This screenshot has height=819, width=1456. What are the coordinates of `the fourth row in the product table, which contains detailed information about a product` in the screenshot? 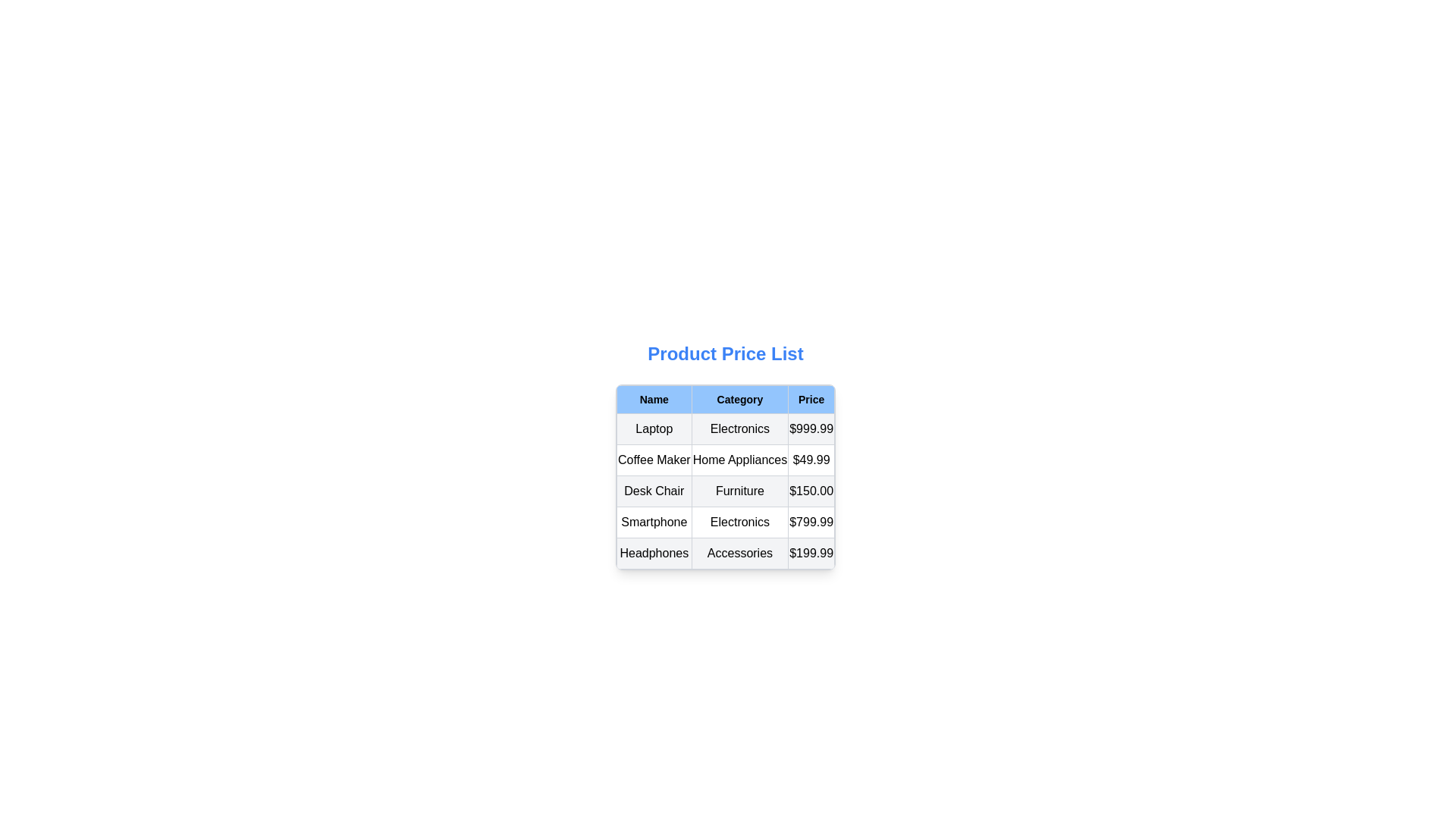 It's located at (724, 522).